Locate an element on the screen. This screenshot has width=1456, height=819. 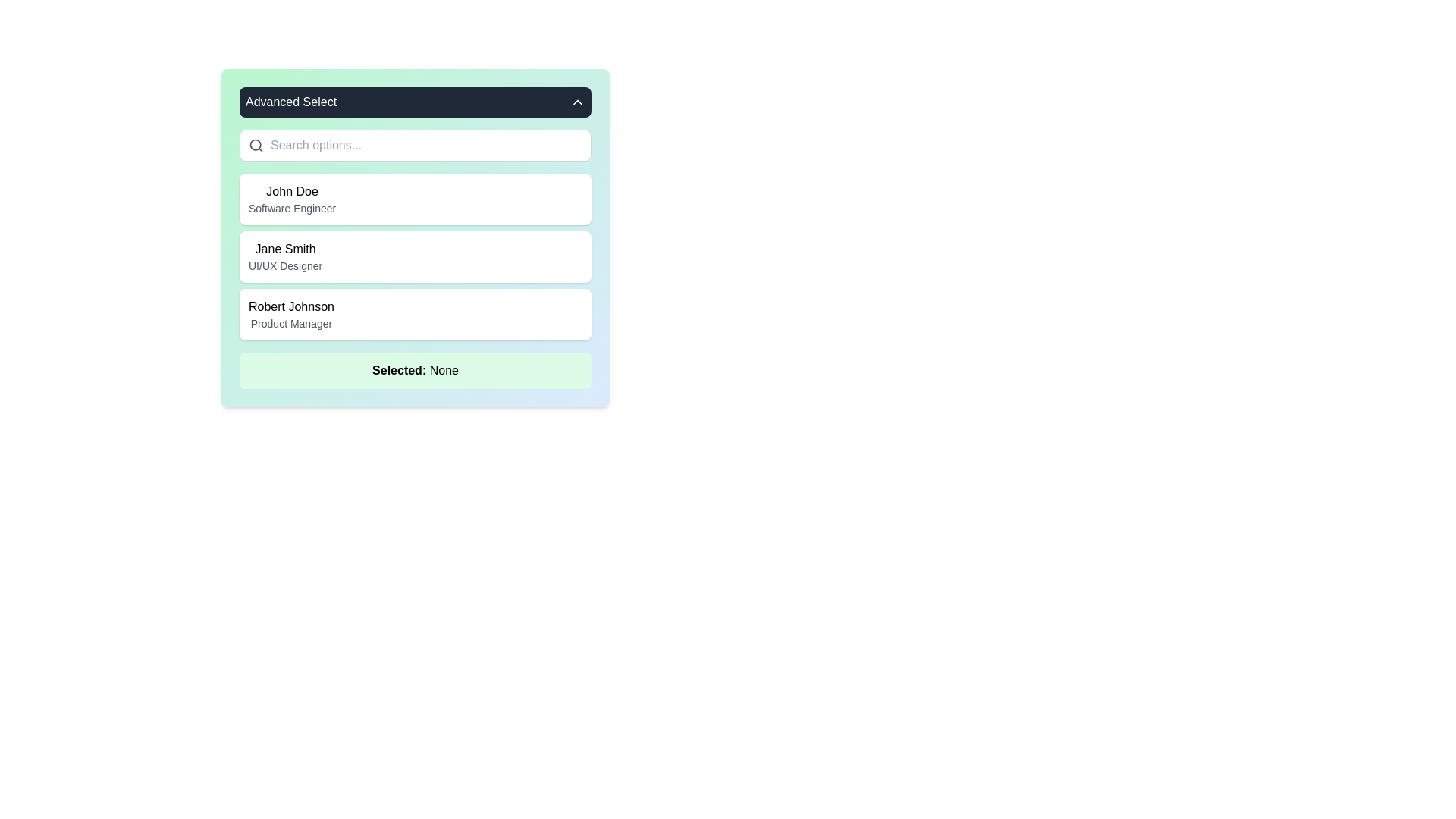
the selectable list item labeled 'Jane Smith' which is styled with a bold font above a smaller light gray font indicating 'UI/UX Designer'. This item is the second in a vertical list within a dropdown interface is located at coordinates (285, 256).